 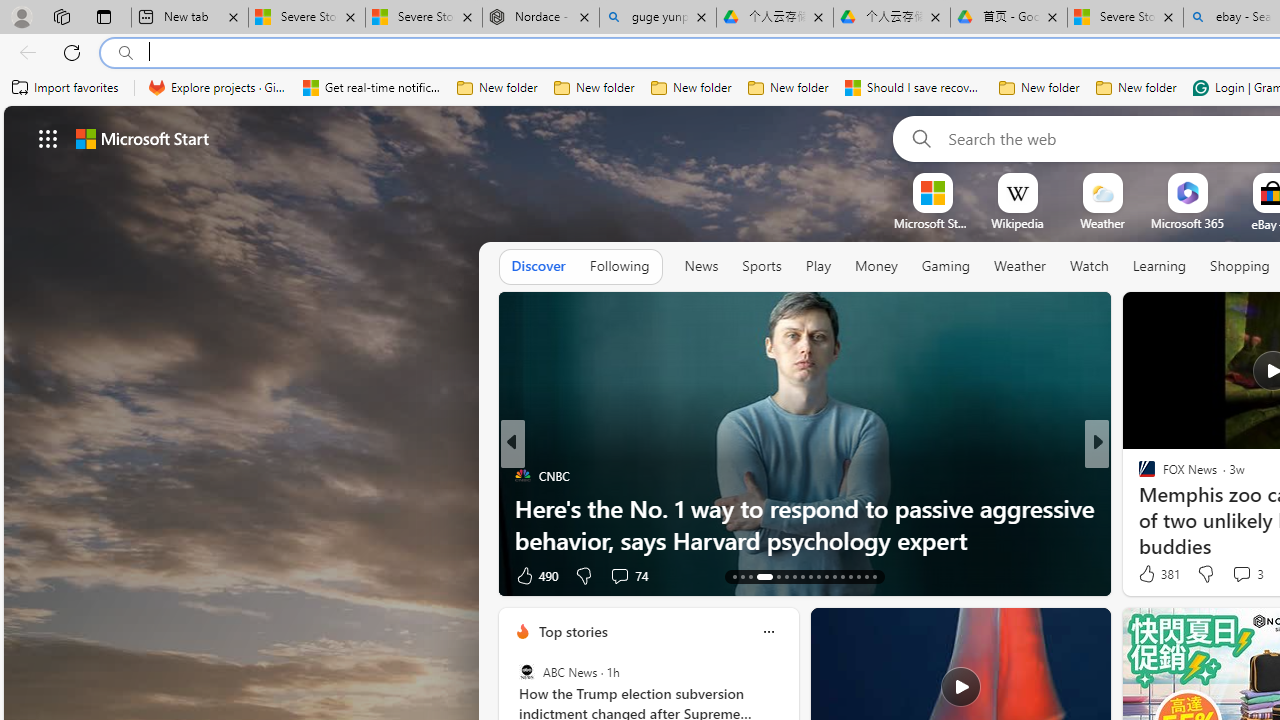 What do you see at coordinates (842, 577) in the screenshot?
I see `'AutomationID: tab-25'` at bounding box center [842, 577].